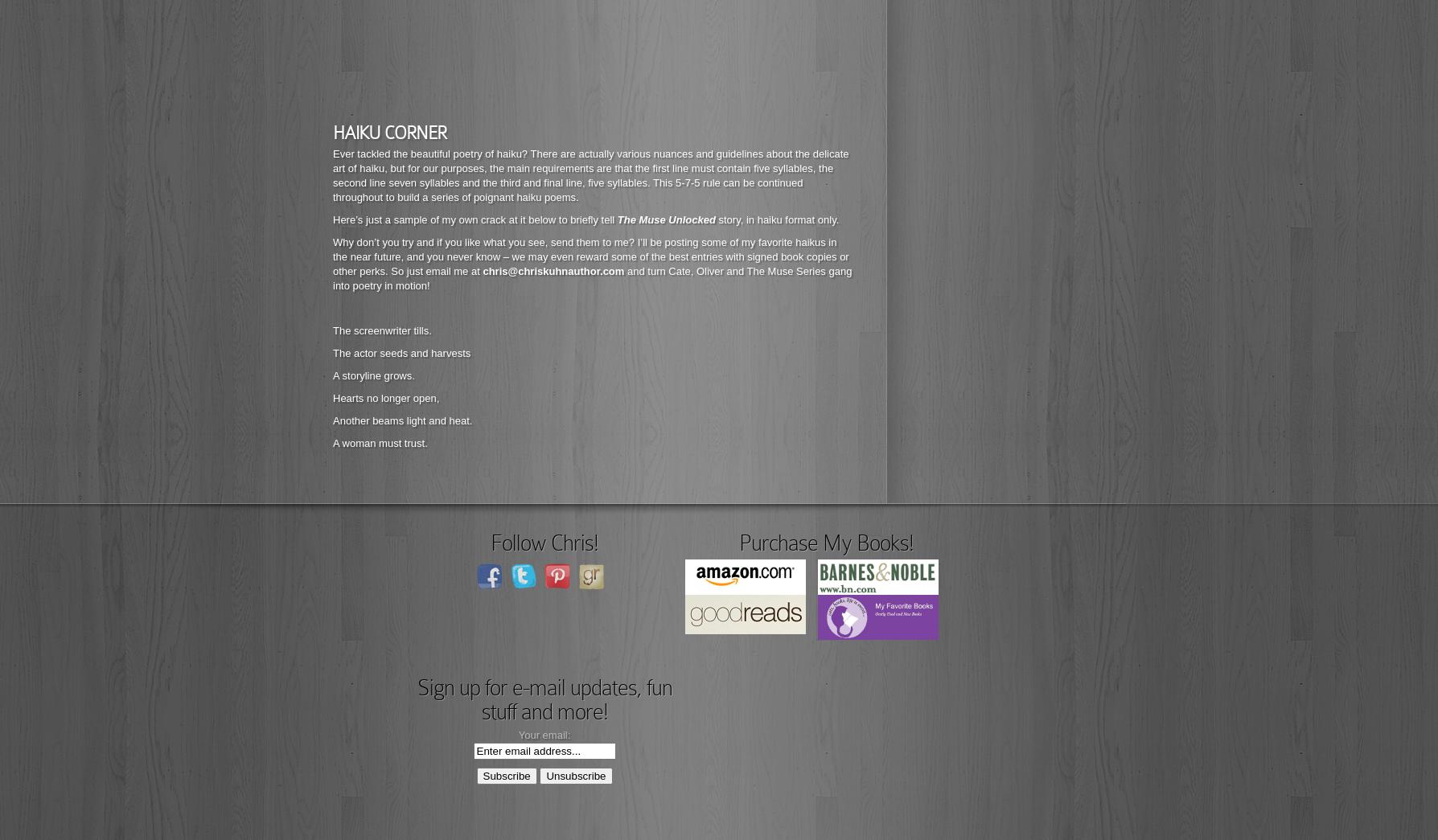 This screenshot has height=840, width=1438. Describe the element at coordinates (825, 543) in the screenshot. I see `'Purchase My Books!'` at that location.